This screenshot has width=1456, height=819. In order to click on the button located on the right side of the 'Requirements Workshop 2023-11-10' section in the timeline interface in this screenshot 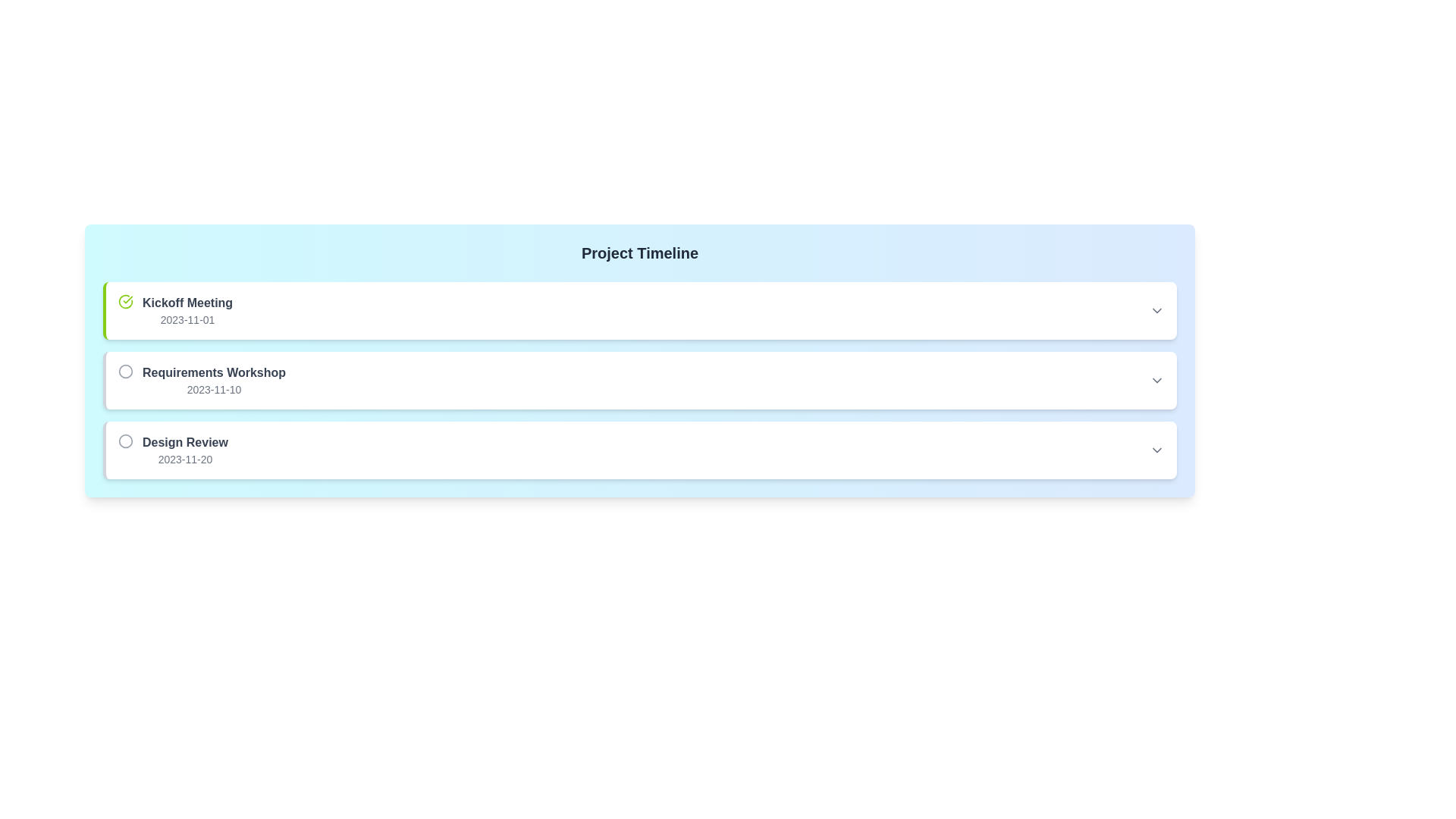, I will do `click(1156, 379)`.